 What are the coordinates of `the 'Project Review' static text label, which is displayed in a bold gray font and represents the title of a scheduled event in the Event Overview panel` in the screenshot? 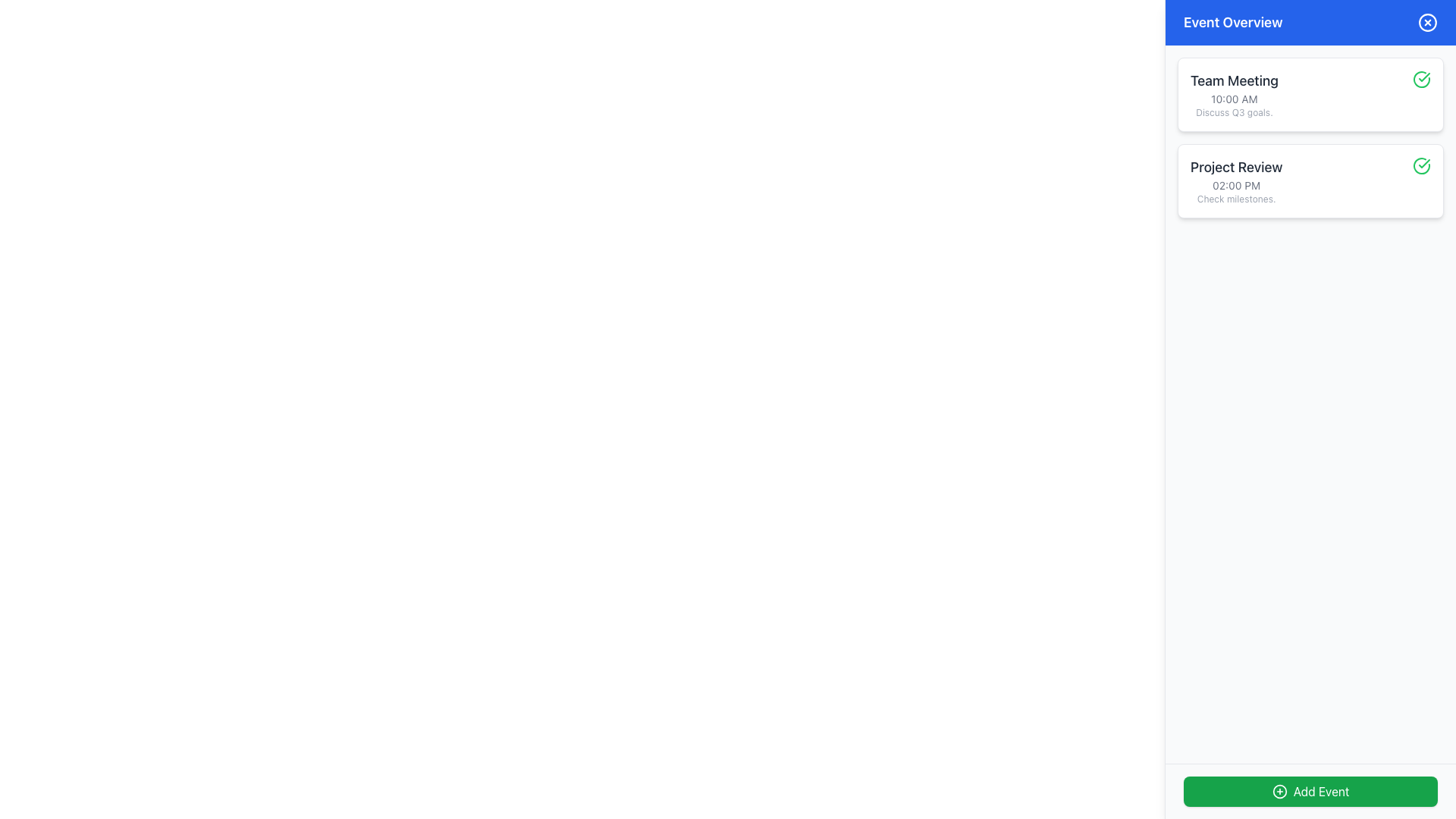 It's located at (1236, 167).